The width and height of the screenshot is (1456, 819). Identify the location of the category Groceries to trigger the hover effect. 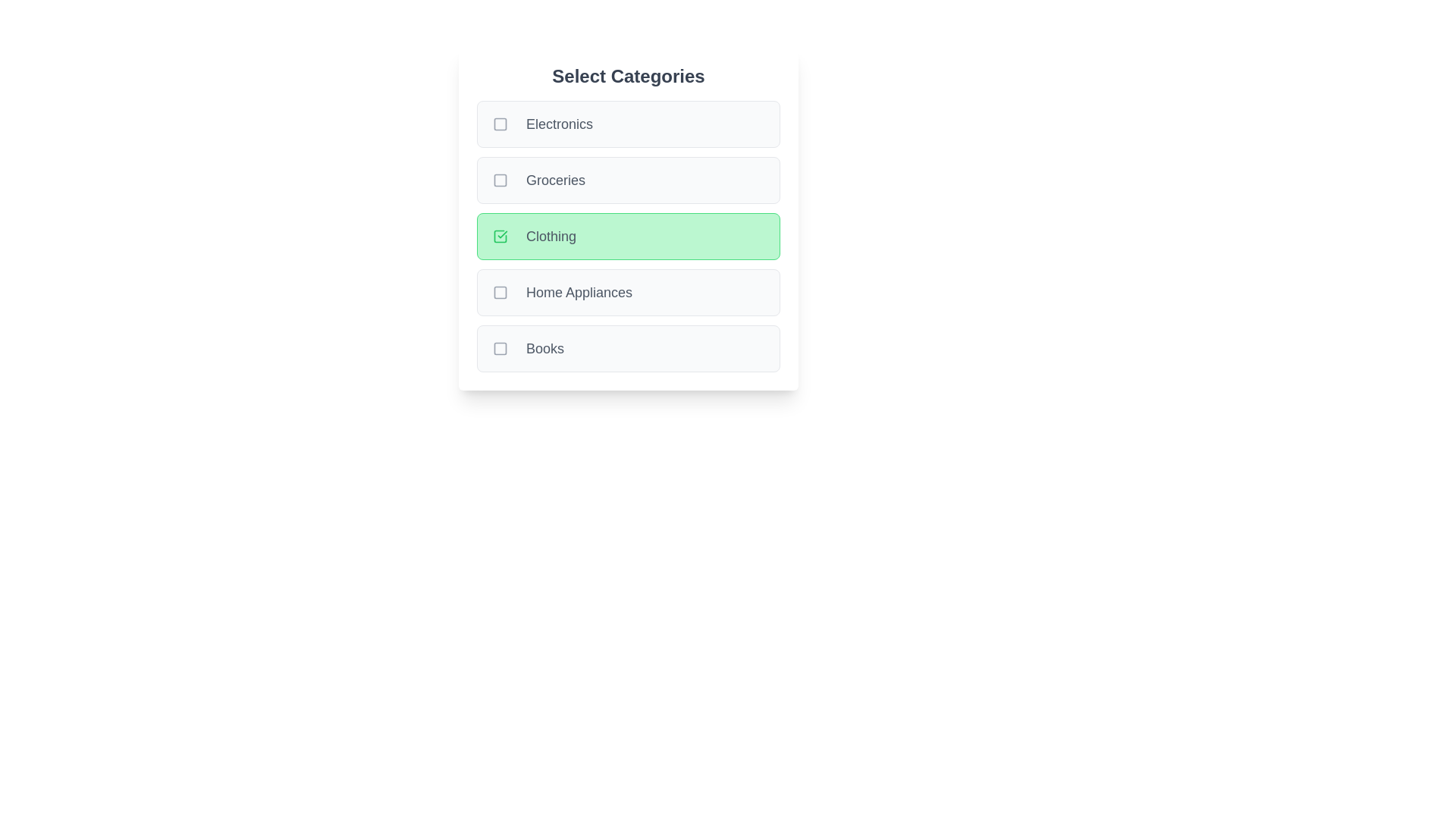
(629, 180).